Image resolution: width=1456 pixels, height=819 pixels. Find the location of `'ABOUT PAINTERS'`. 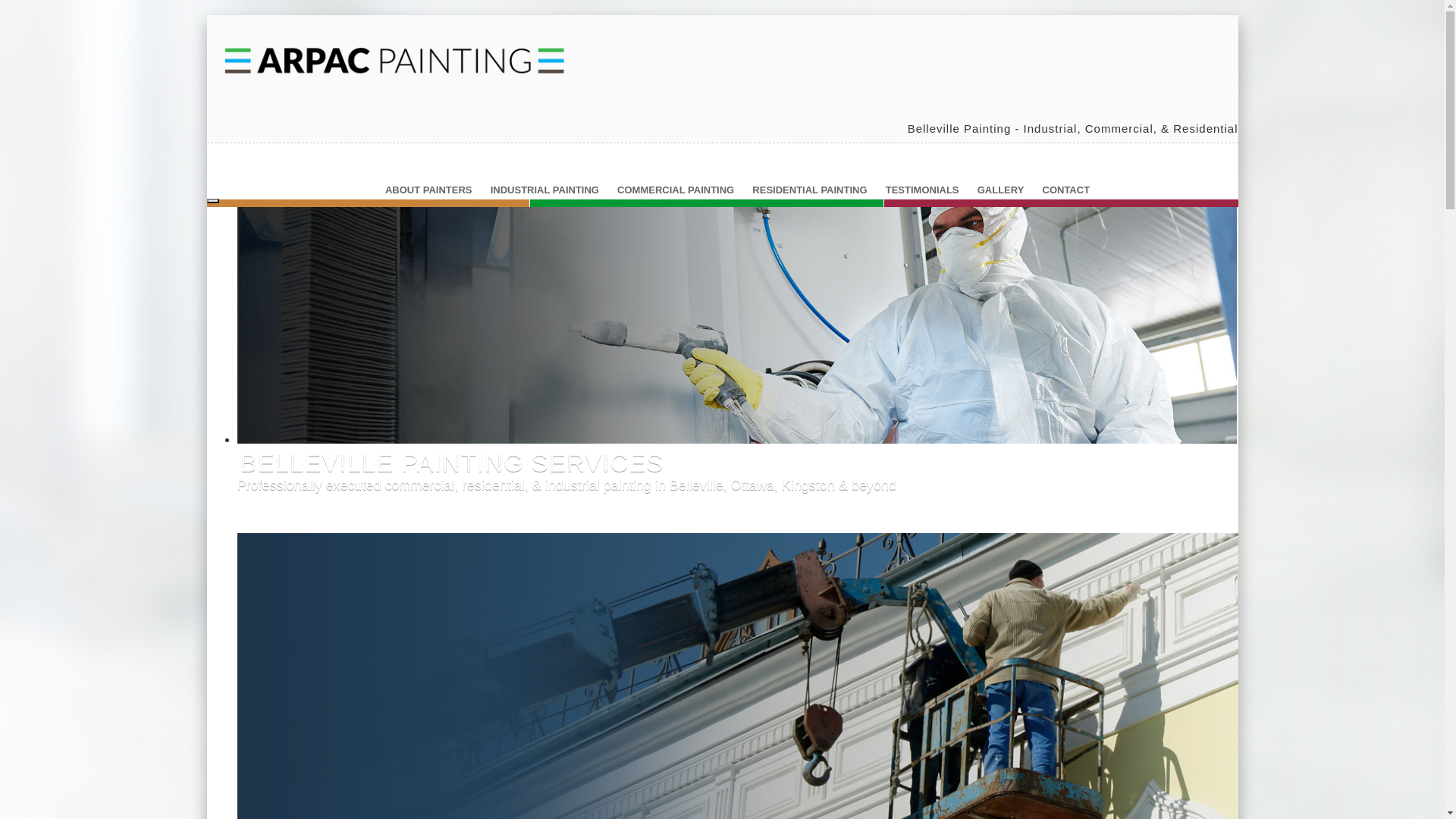

'ABOUT PAINTERS' is located at coordinates (428, 189).